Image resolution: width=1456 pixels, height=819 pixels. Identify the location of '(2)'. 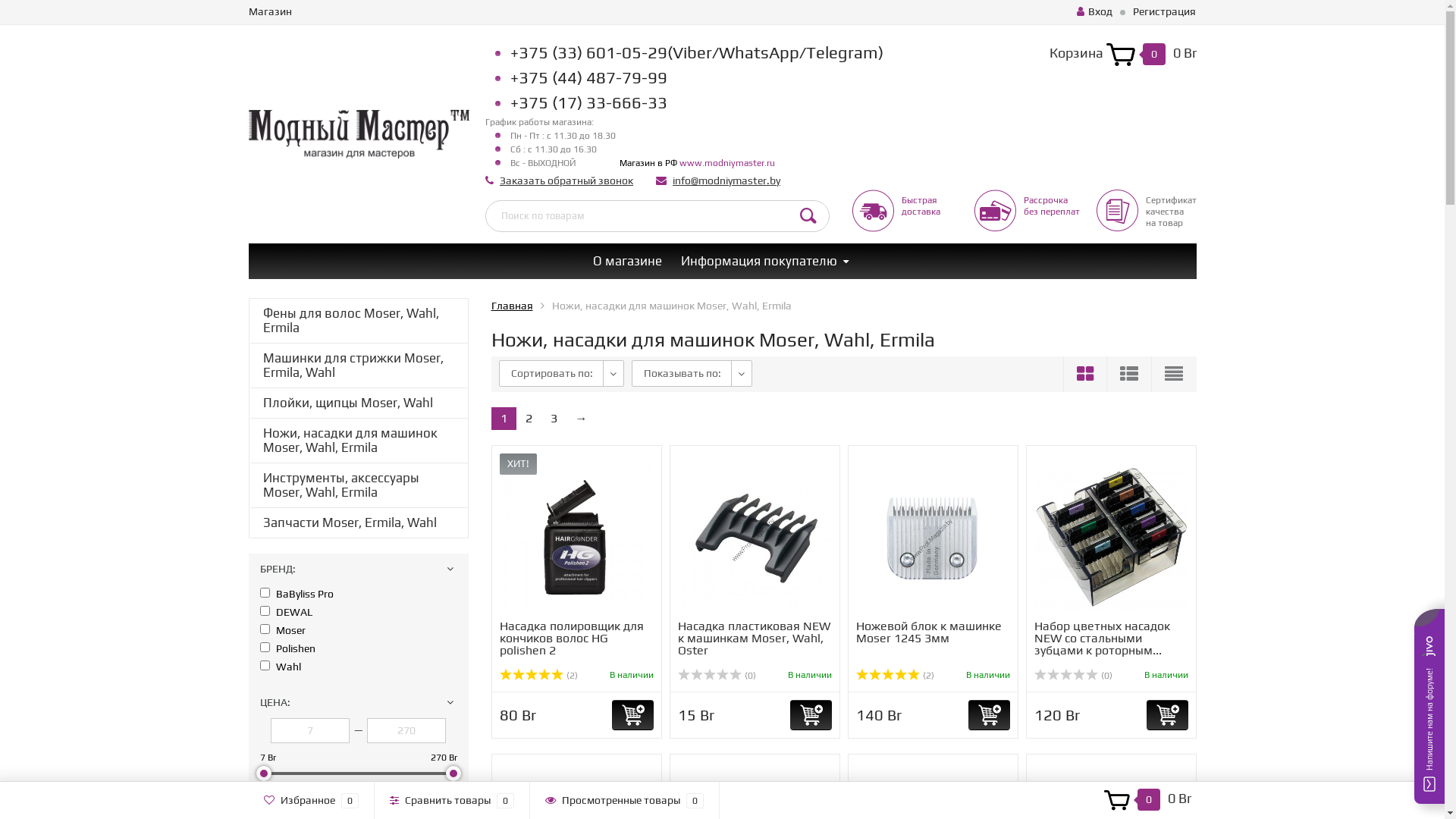
(538, 675).